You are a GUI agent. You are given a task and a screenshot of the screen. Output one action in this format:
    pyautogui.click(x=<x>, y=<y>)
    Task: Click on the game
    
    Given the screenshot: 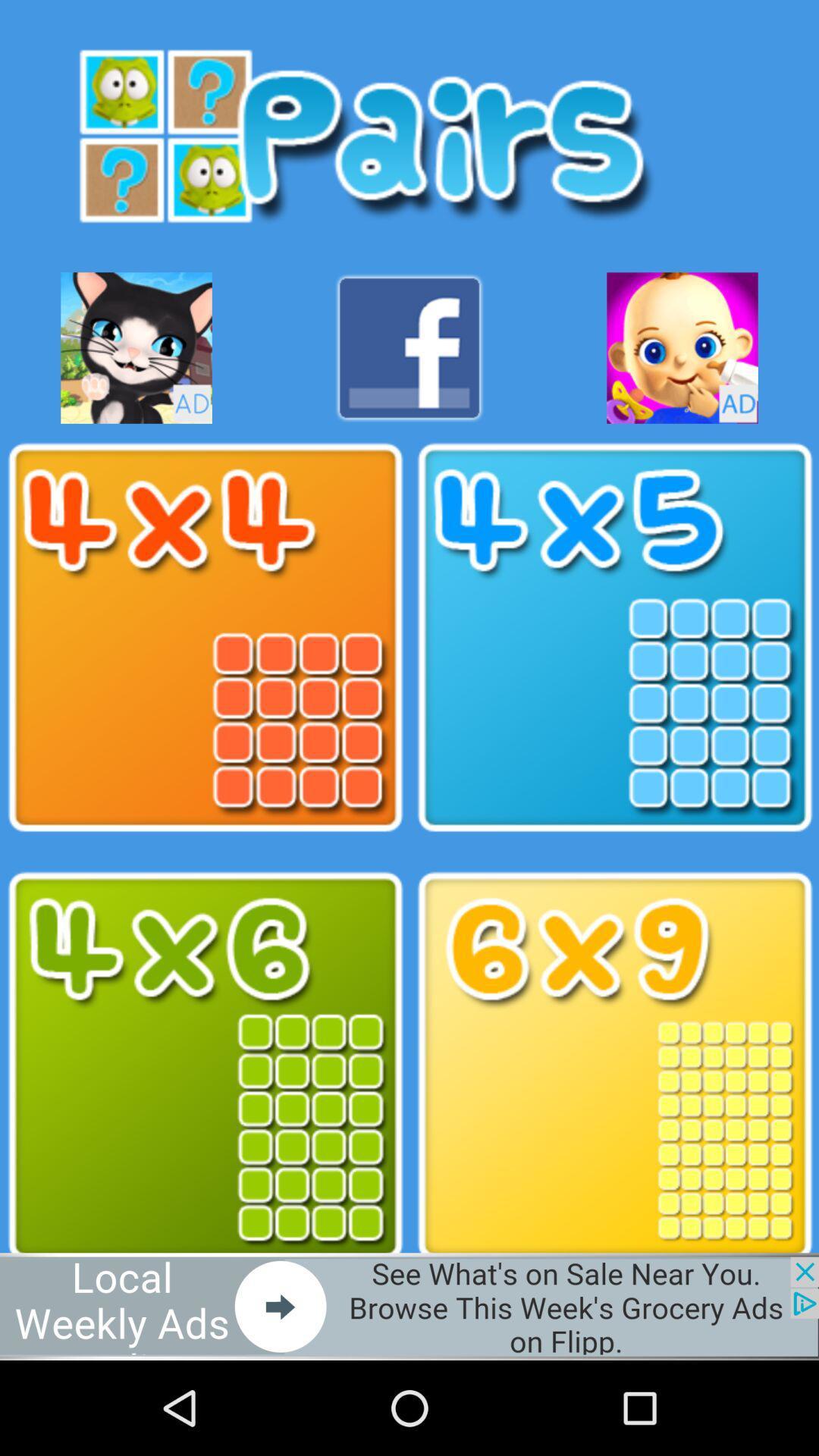 What is the action you would take?
    pyautogui.click(x=681, y=347)
    